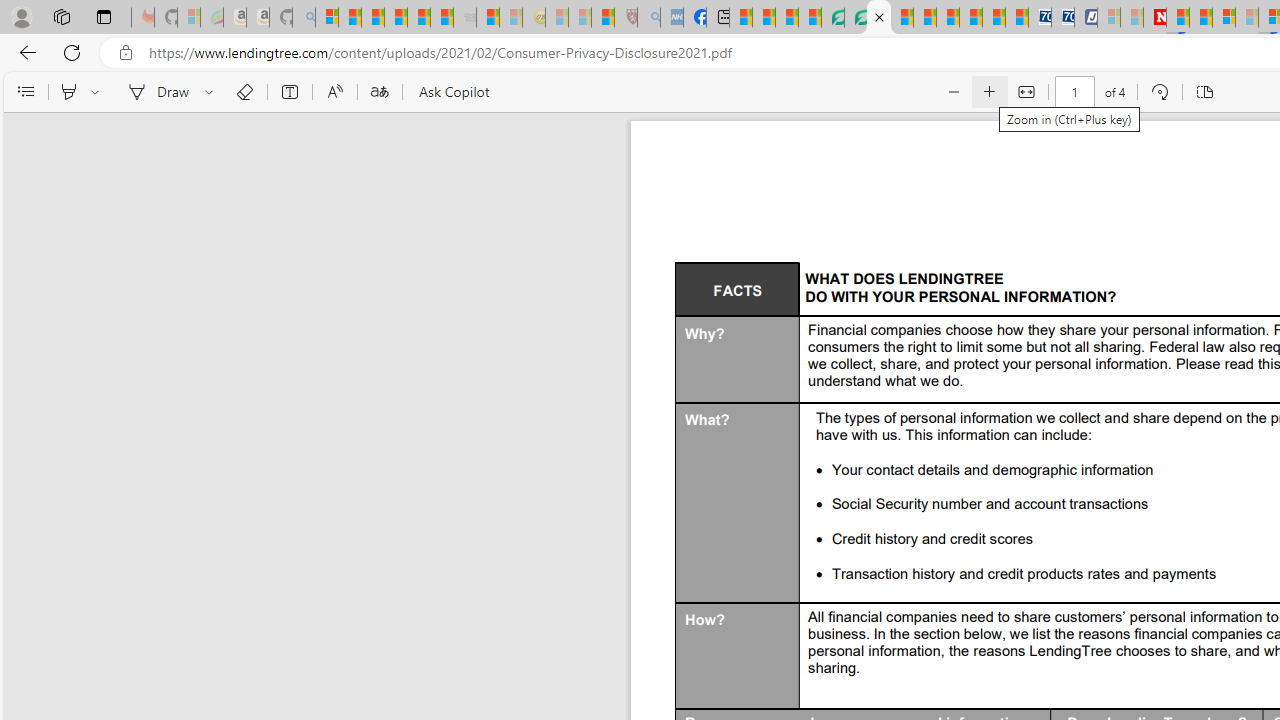  Describe the element at coordinates (212, 92) in the screenshot. I see `'Select ink properties'` at that location.